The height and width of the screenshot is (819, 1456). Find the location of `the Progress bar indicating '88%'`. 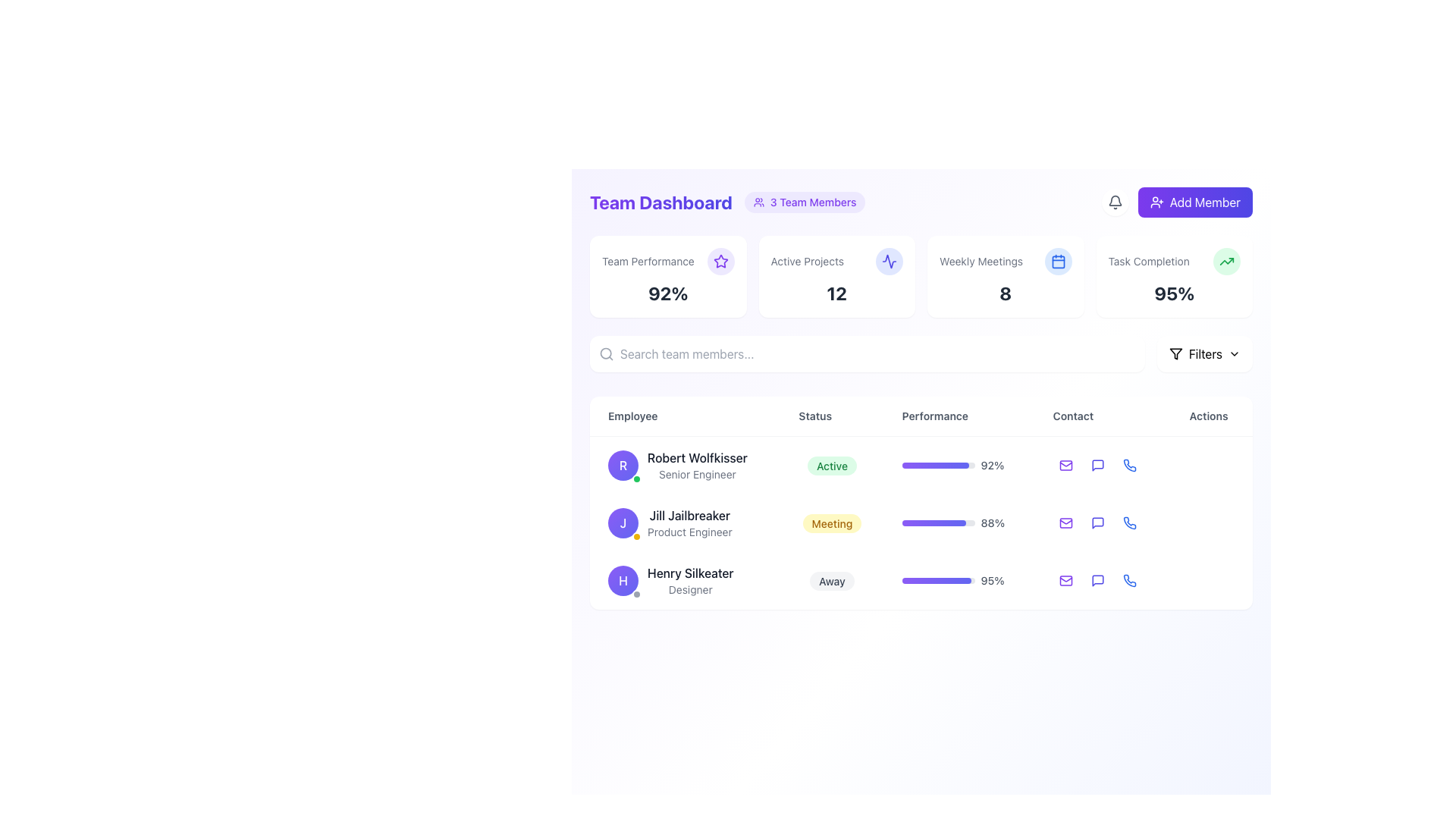

the Progress bar indicating '88%' is located at coordinates (959, 522).